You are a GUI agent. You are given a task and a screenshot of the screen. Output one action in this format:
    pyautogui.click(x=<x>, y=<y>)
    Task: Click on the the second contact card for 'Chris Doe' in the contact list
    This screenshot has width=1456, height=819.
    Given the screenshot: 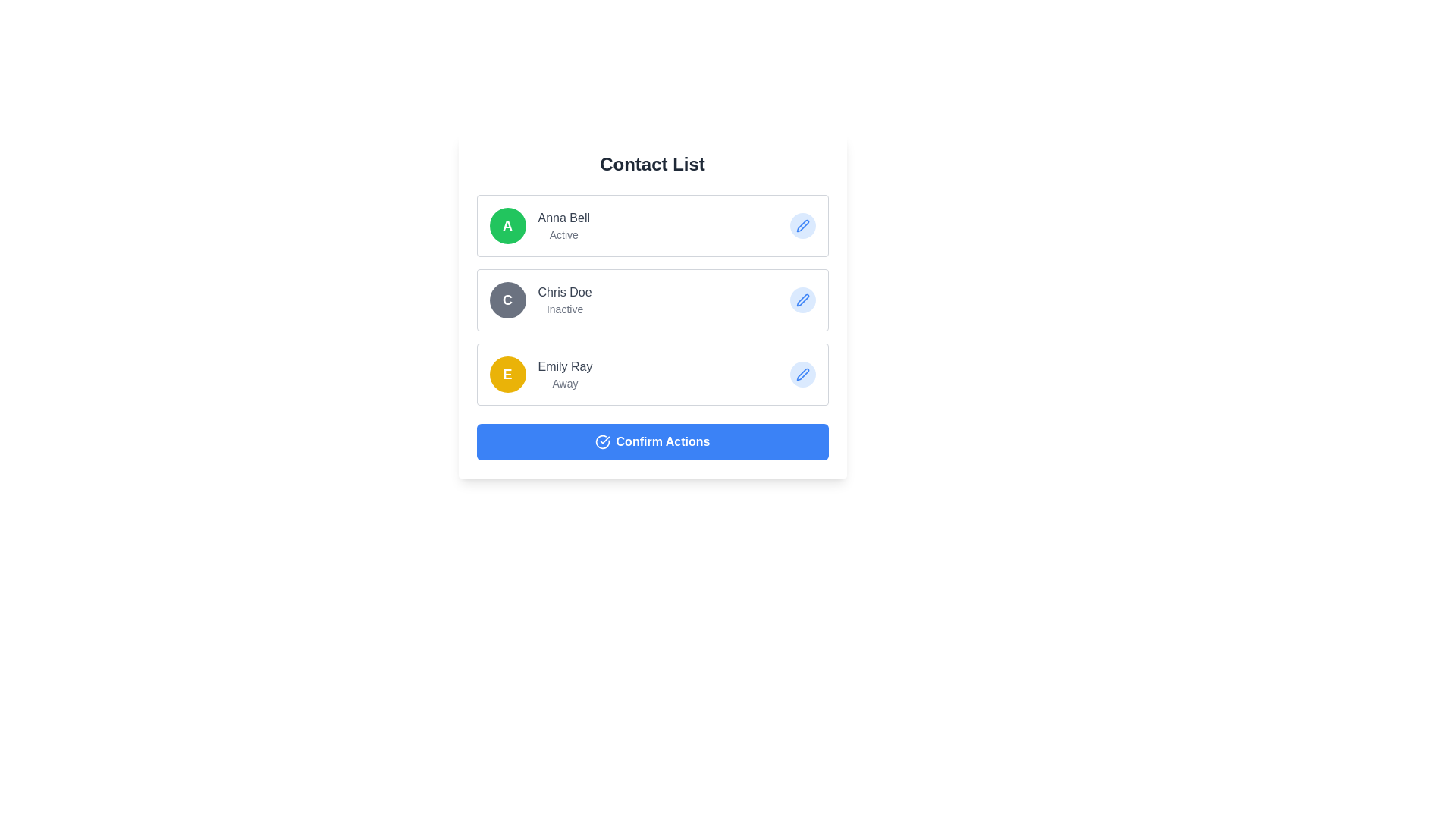 What is the action you would take?
    pyautogui.click(x=652, y=306)
    